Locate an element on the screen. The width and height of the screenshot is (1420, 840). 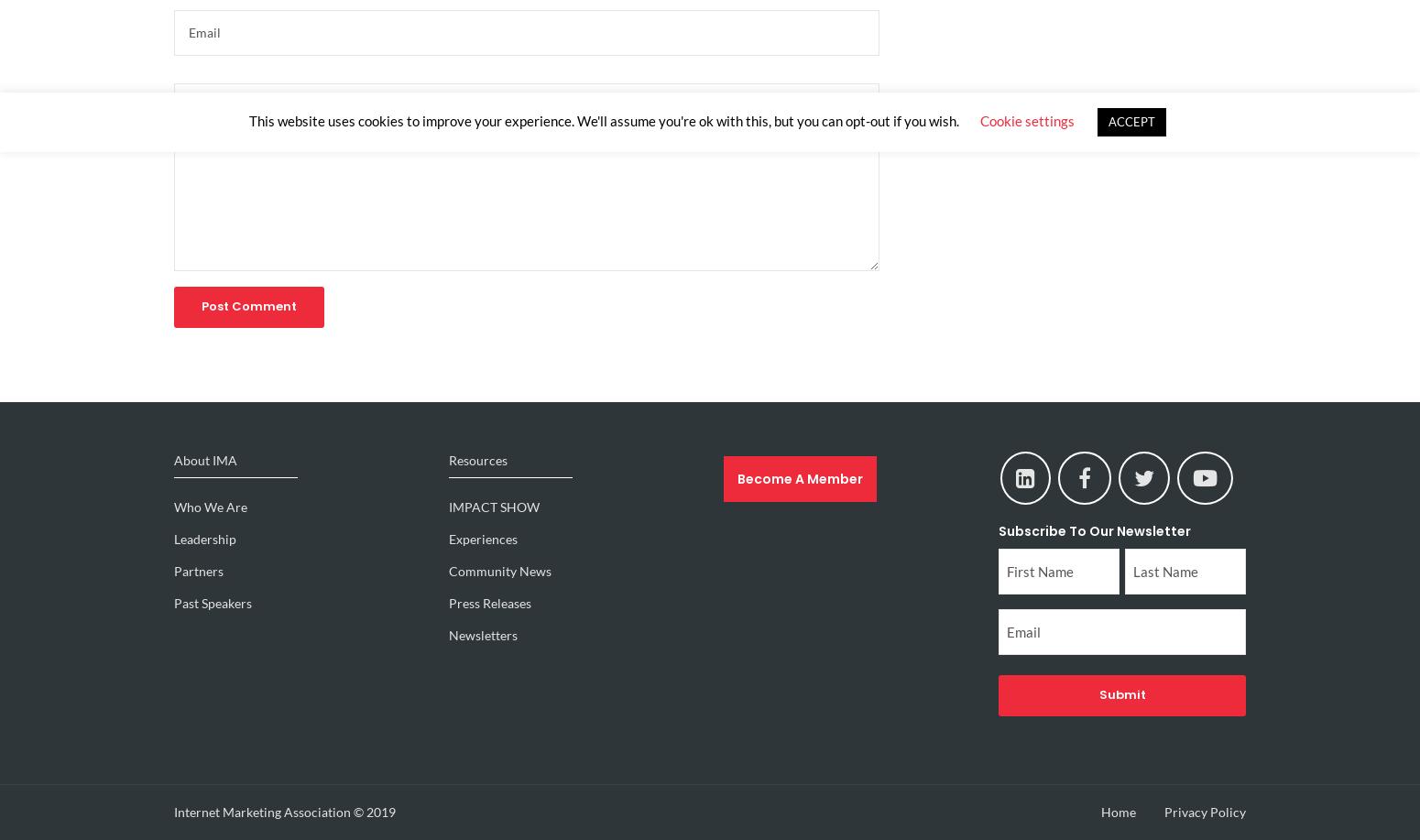
'Home' is located at coordinates (1118, 810).